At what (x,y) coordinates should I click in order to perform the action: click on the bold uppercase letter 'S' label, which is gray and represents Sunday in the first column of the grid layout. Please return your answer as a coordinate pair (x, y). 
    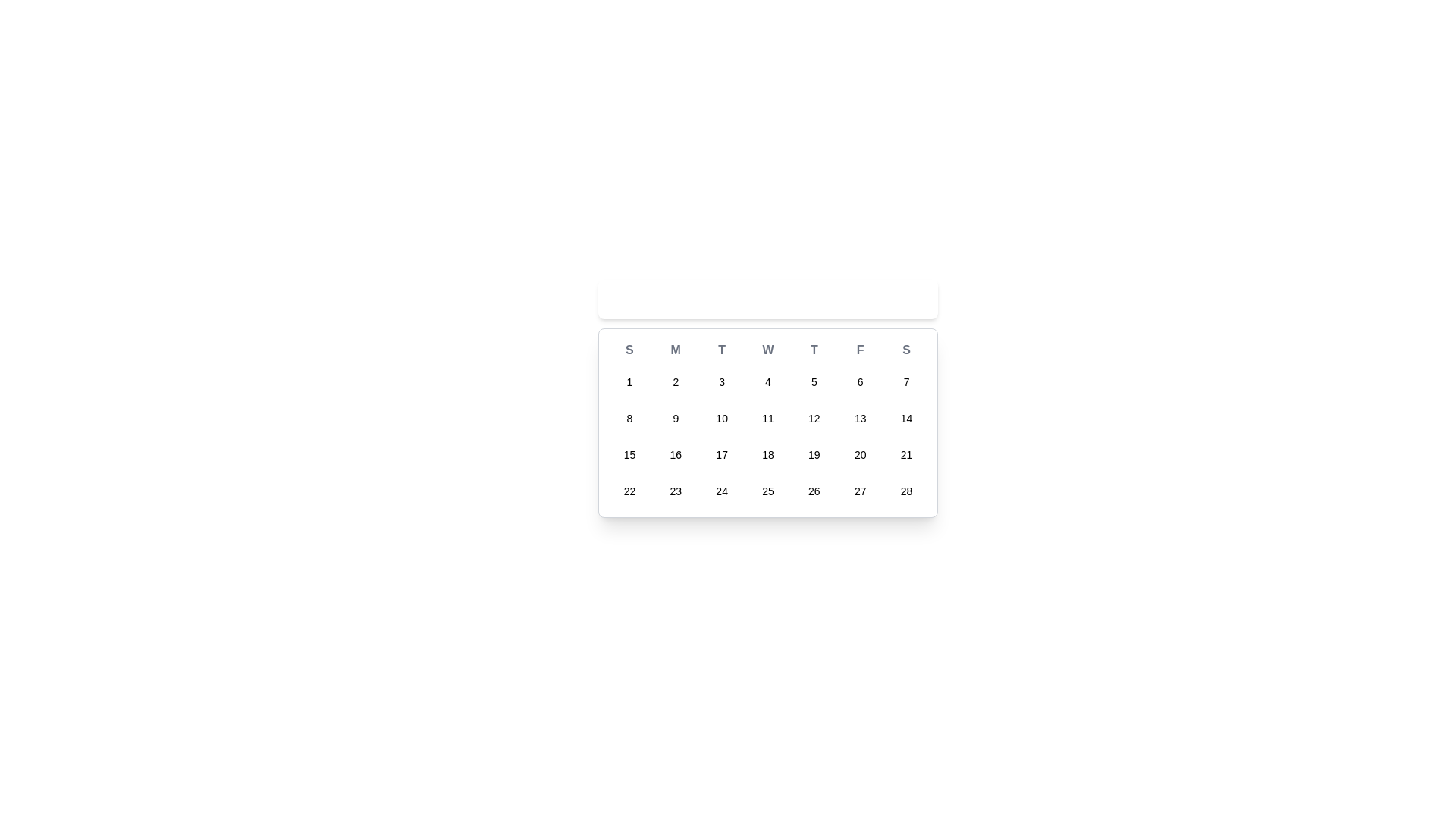
    Looking at the image, I should click on (629, 350).